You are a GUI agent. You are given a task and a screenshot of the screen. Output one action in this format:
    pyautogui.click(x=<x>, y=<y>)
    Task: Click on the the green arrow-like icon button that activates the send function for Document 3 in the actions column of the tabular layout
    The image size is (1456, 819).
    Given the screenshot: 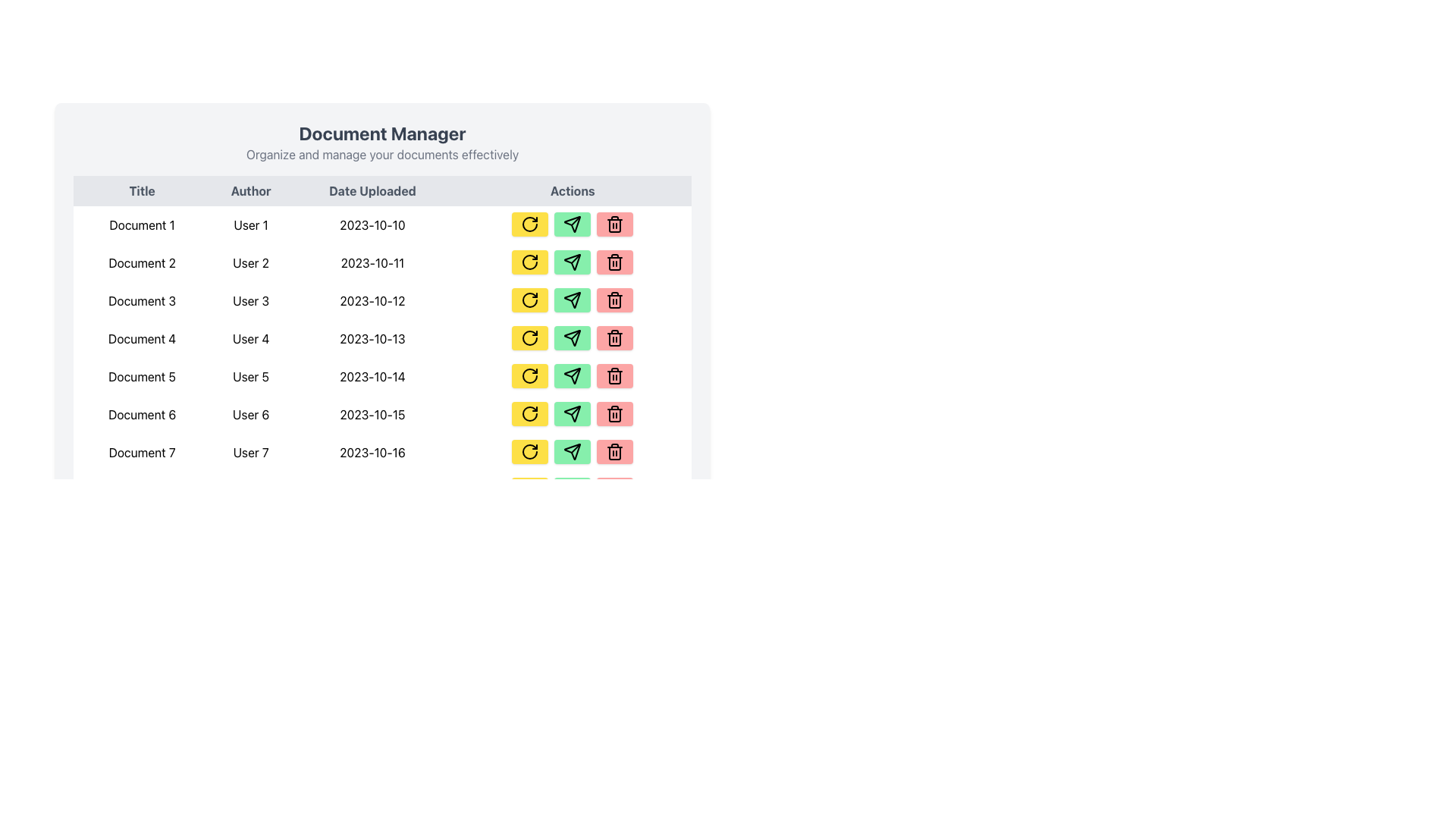 What is the action you would take?
    pyautogui.click(x=572, y=224)
    